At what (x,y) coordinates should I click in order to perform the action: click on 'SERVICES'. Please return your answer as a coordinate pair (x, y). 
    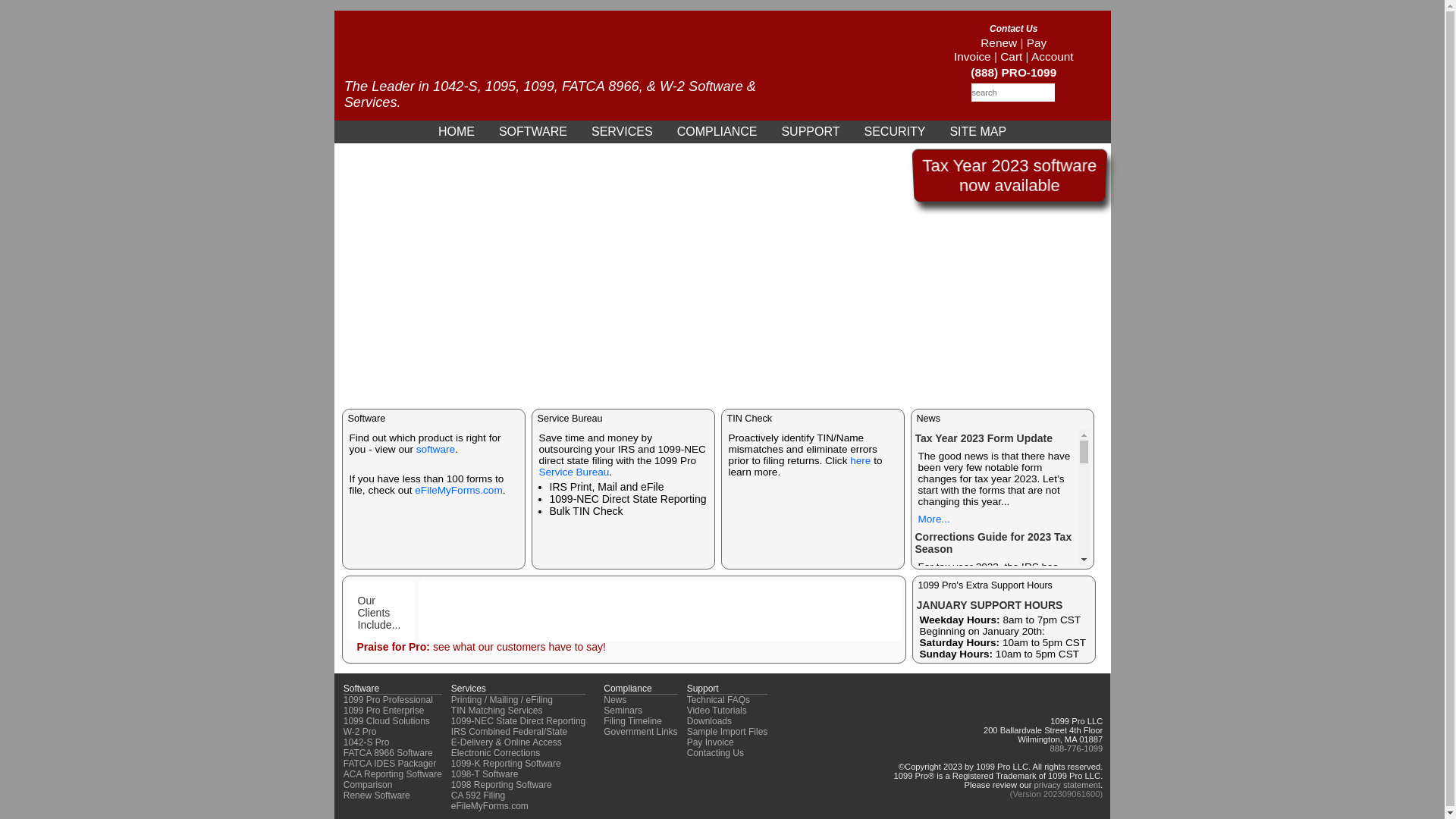
    Looking at the image, I should click on (622, 130).